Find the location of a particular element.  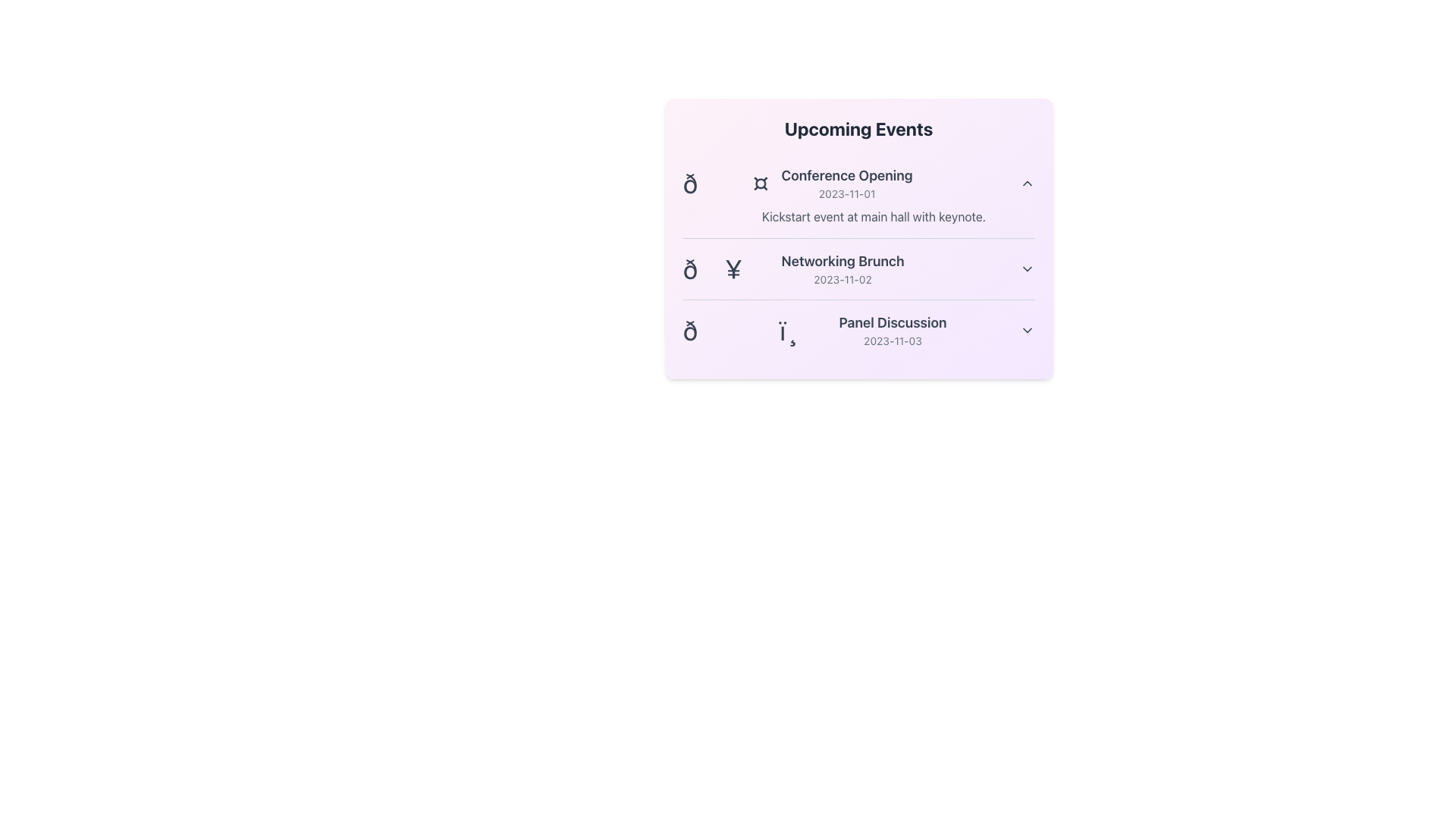

date of the 'Conference Opening' event, which is displayed as a two-line text block under the 'Upcoming Events' header, positioned in the second column of the event list is located at coordinates (846, 183).